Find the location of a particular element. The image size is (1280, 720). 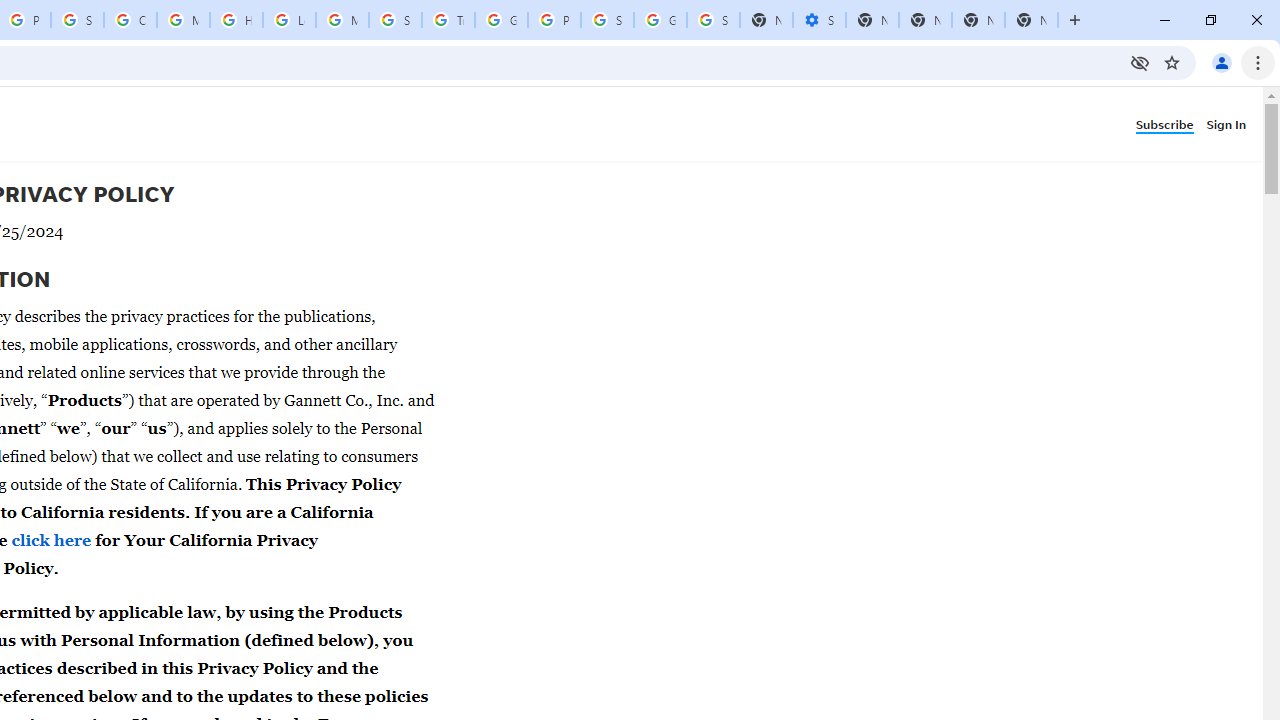

'Sign In' is located at coordinates (1229, 123).